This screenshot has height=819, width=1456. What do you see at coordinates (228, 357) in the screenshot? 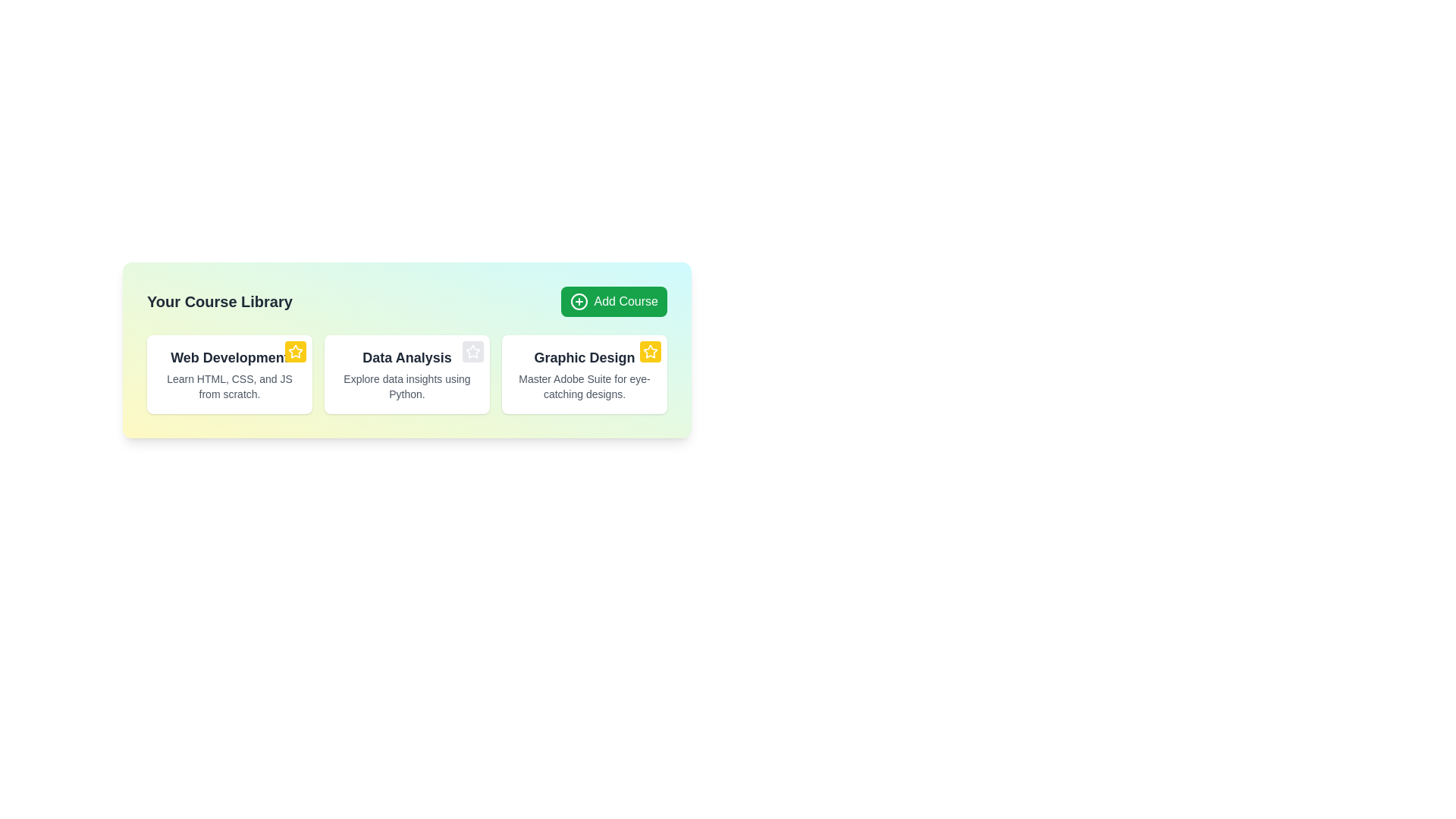
I see `the non-interactive title text label that provides the name of the course in the 'Your Course Library' section` at bounding box center [228, 357].